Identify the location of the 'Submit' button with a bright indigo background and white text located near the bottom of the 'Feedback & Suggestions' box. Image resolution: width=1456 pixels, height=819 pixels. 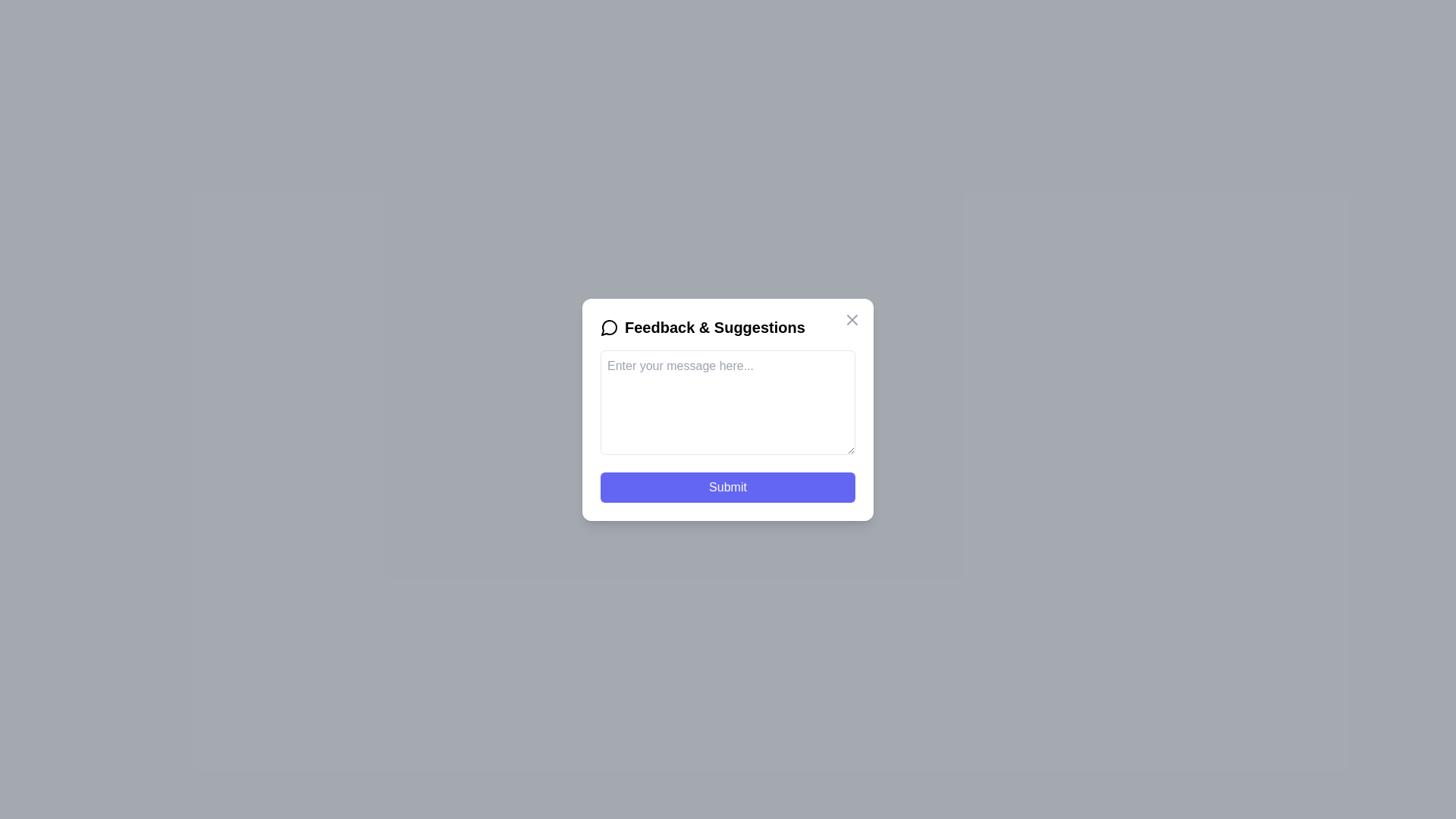
(728, 487).